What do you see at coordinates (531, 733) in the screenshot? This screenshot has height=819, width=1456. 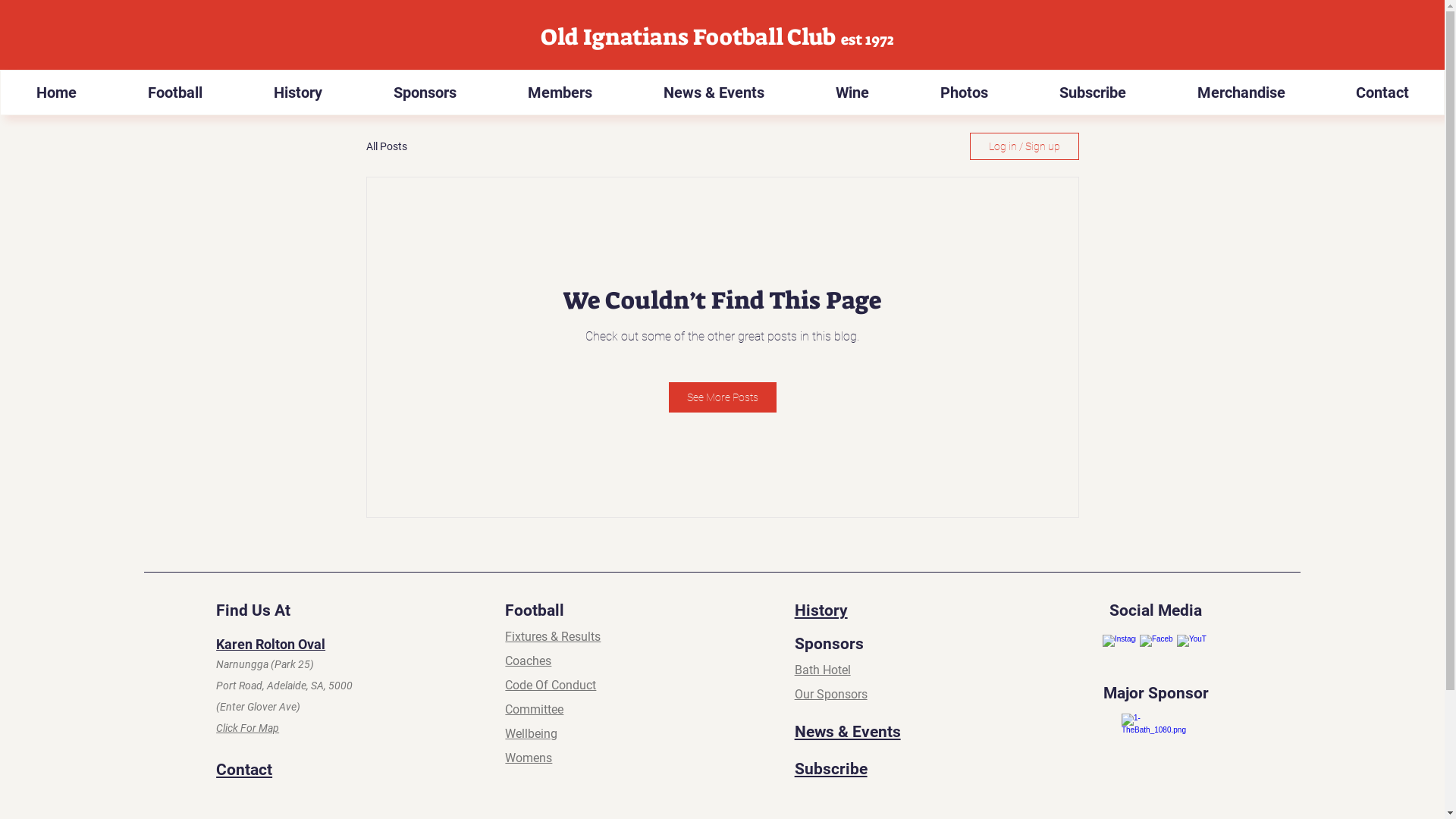 I see `'Wellbeing'` at bounding box center [531, 733].